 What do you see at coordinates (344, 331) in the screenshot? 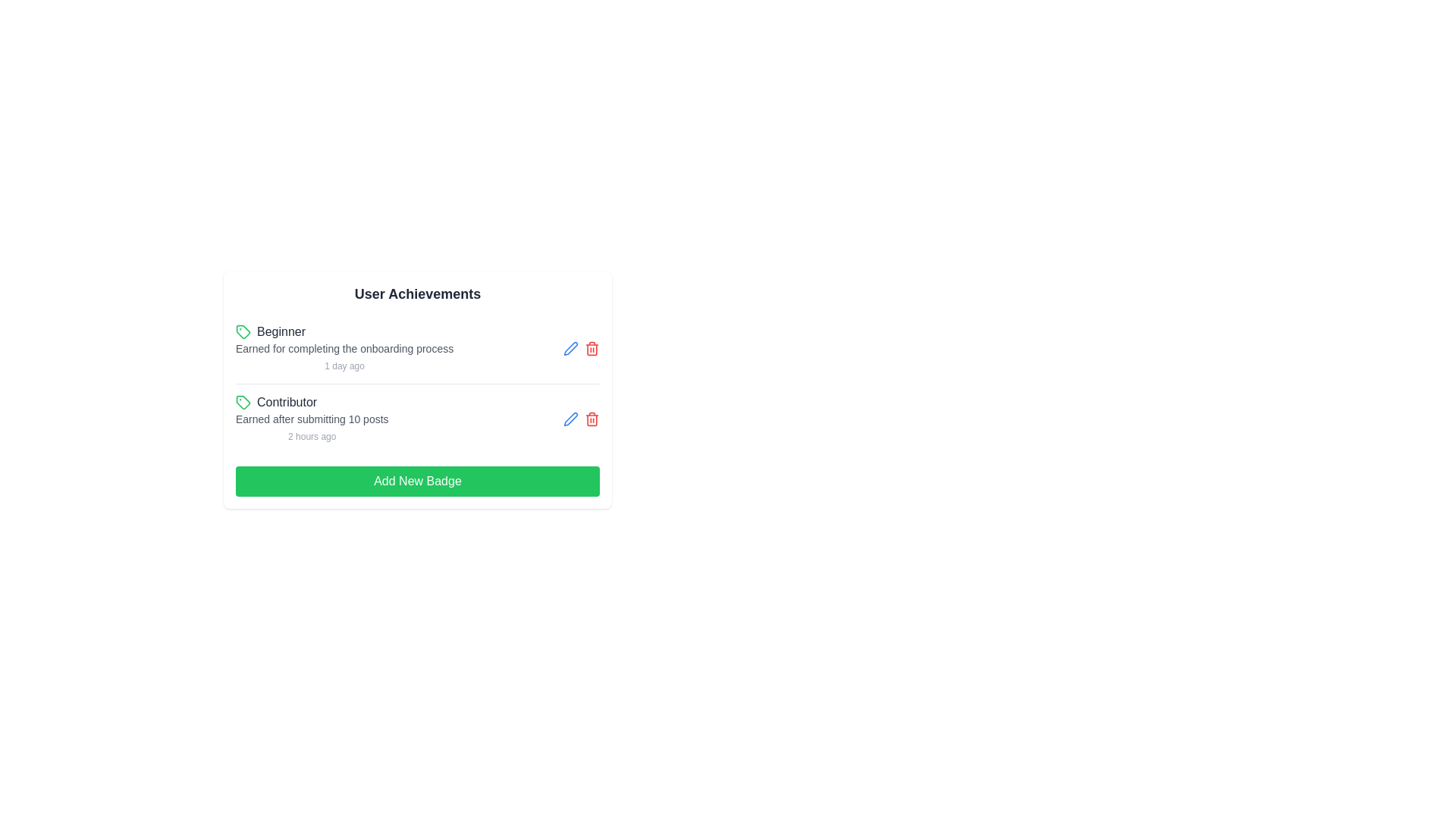
I see `the text displayed on the 'Beginner' badge, which is a green tag icon followed by the bold text 'Beginner' located at the top of the User Achievements list` at bounding box center [344, 331].